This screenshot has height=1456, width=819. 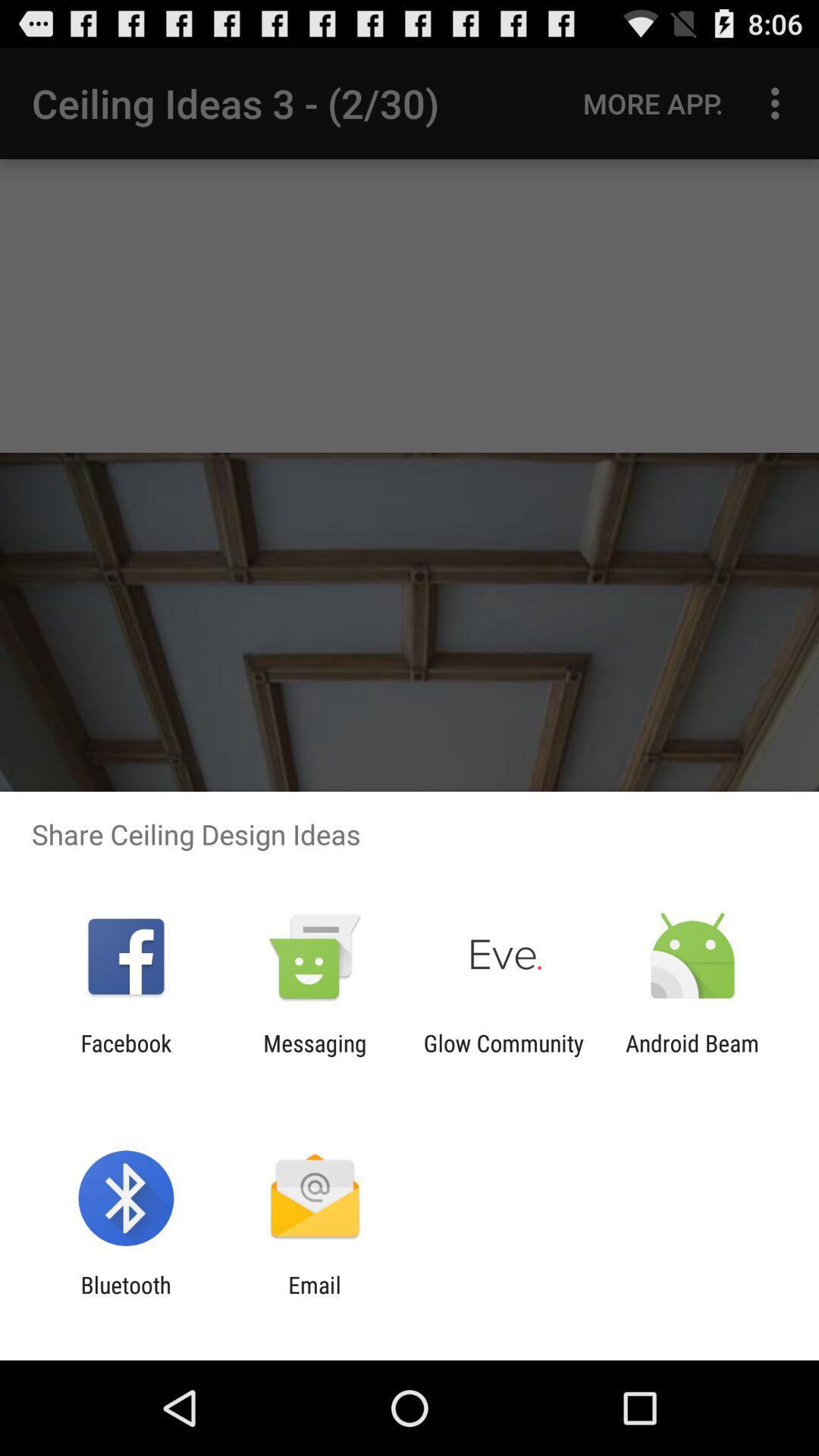 I want to click on the icon next to email, so click(x=125, y=1298).